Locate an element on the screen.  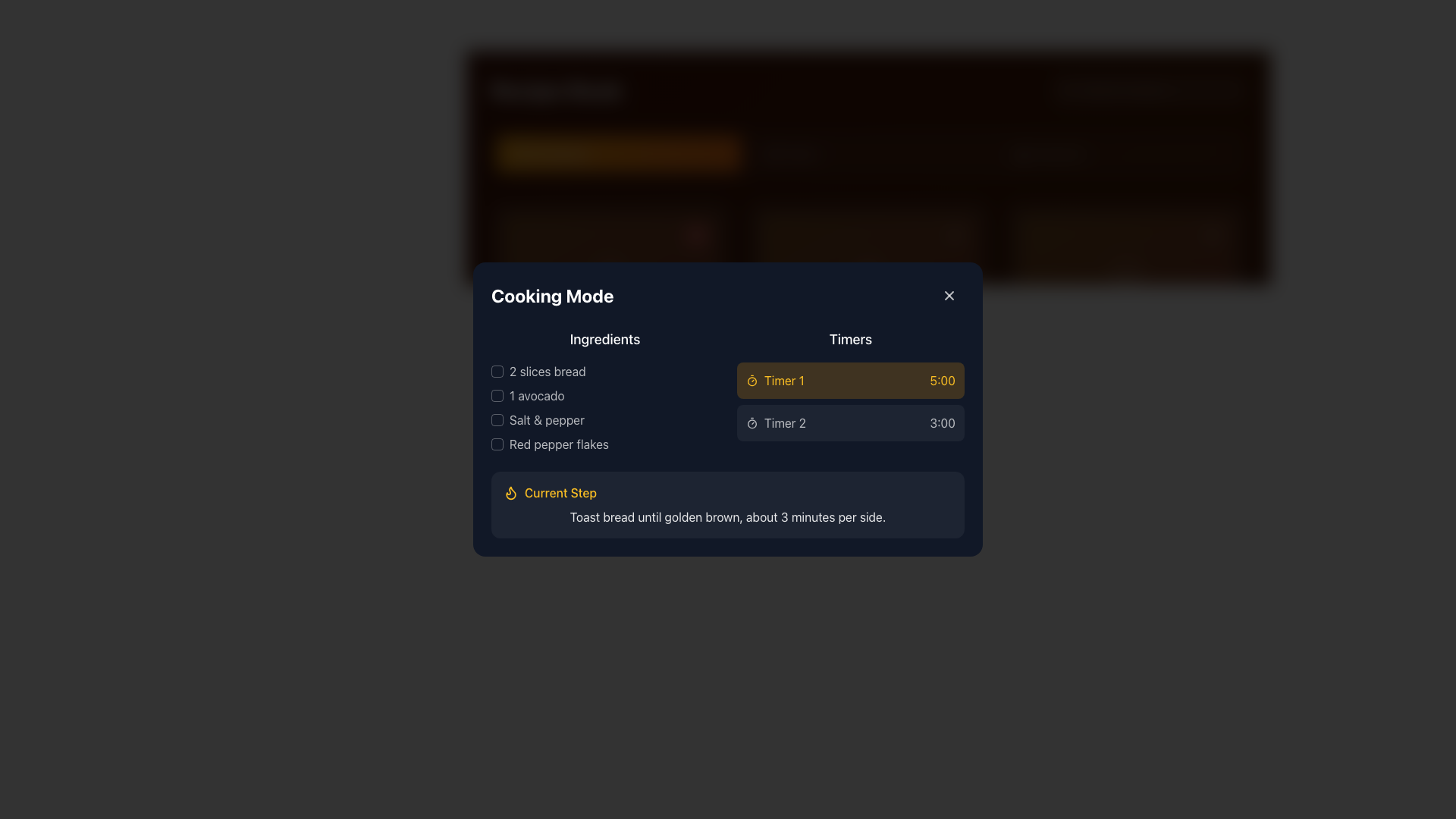
the second list item labeled 'Timer 2' with the time '3:00' in the timer interface is located at coordinates (851, 423).